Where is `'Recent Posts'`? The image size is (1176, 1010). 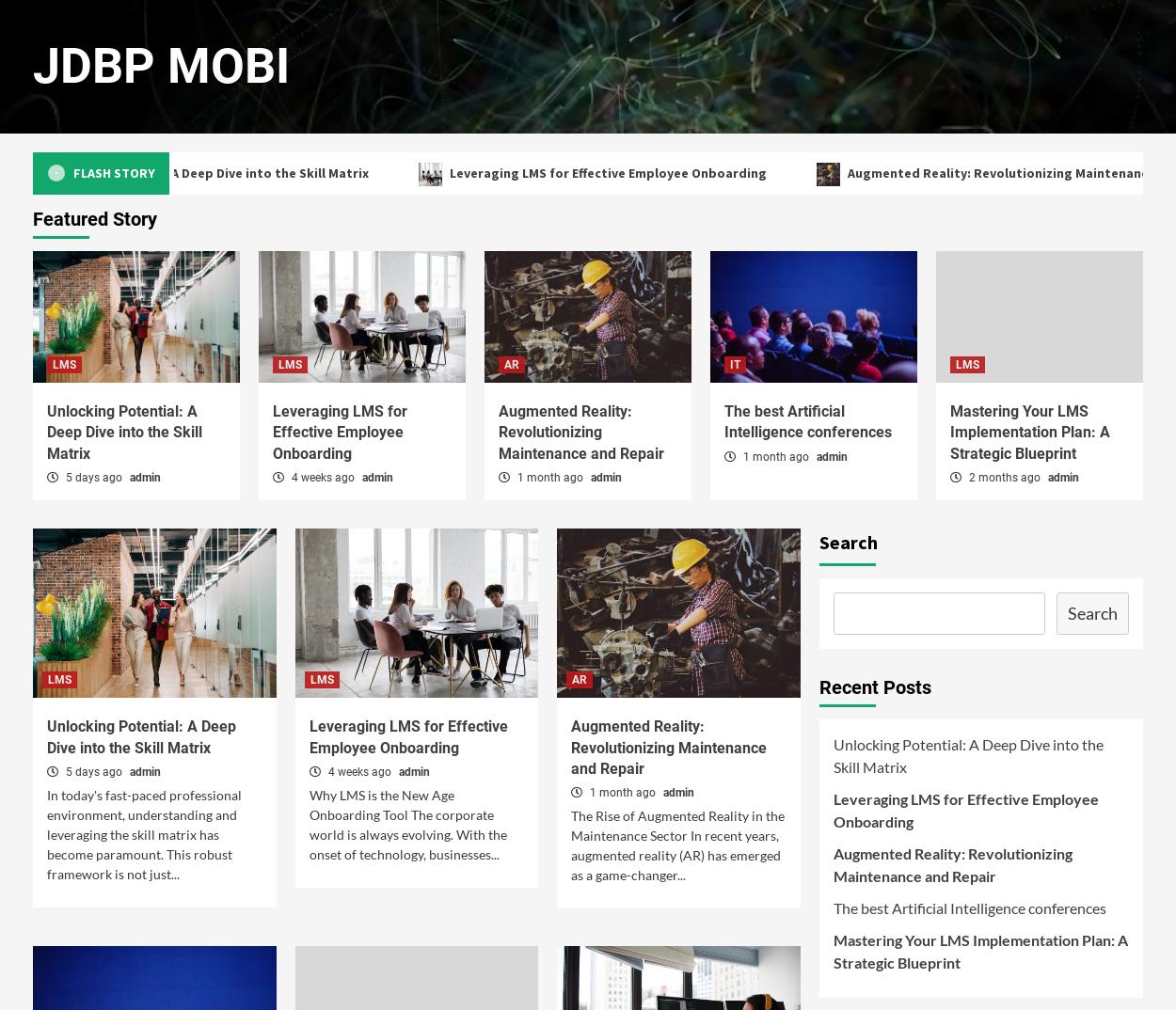
'Recent Posts' is located at coordinates (875, 686).